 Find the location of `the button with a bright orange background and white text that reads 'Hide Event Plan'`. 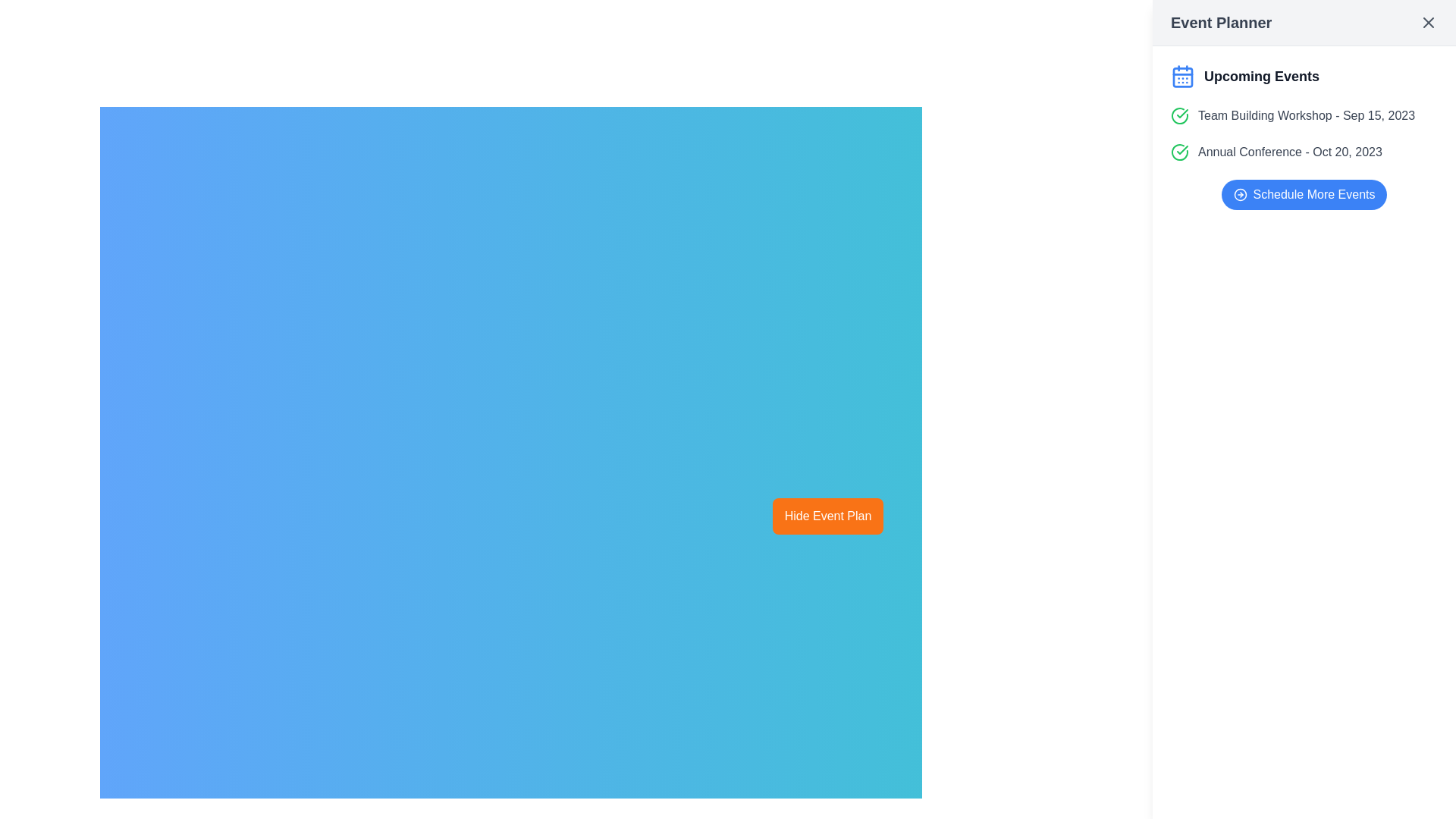

the button with a bright orange background and white text that reads 'Hide Event Plan' is located at coordinates (827, 516).